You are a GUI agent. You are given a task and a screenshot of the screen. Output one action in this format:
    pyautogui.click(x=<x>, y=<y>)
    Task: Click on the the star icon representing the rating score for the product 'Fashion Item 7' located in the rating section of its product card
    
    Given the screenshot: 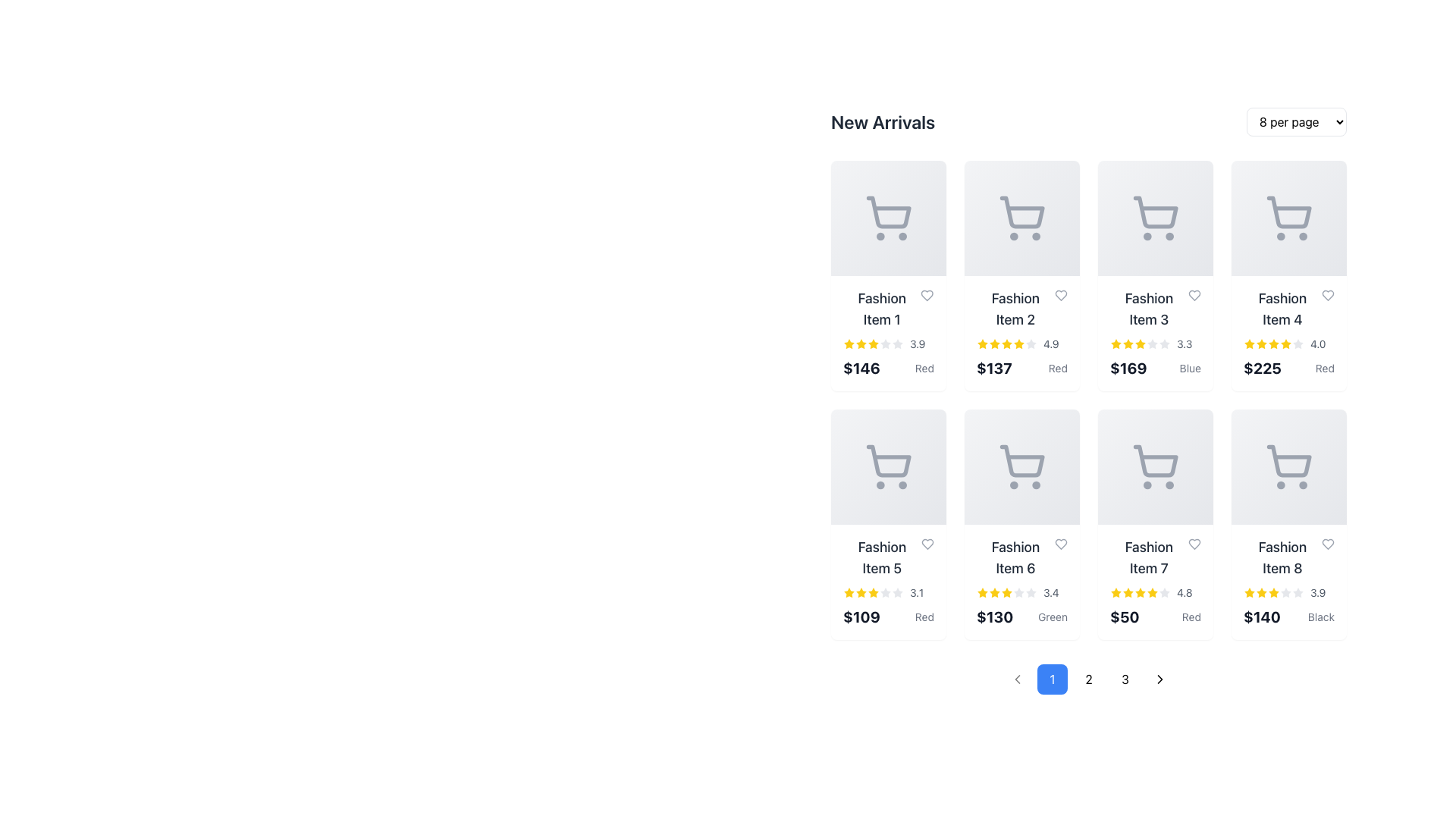 What is the action you would take?
    pyautogui.click(x=1116, y=591)
    